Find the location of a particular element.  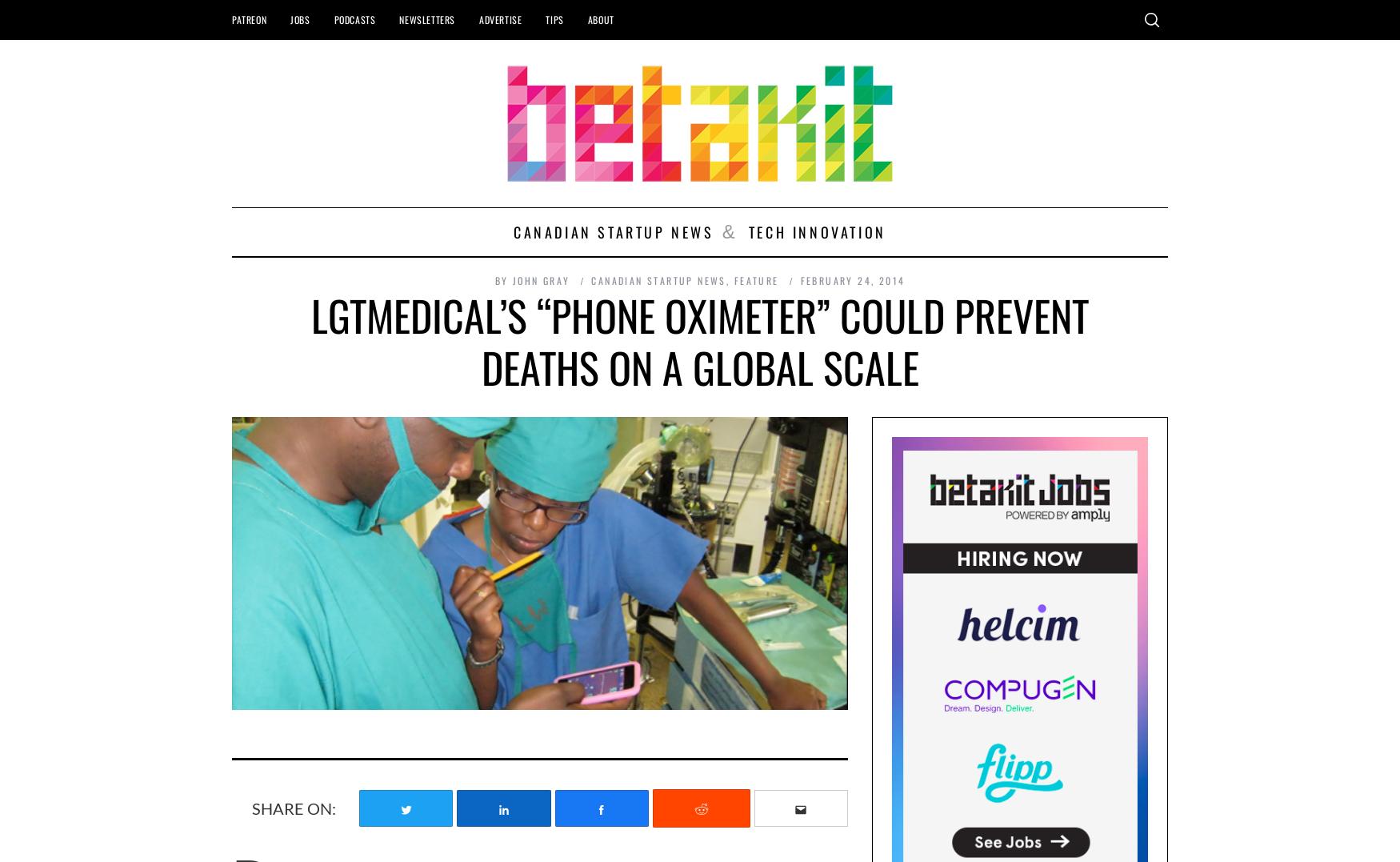

'Tips' is located at coordinates (554, 18).